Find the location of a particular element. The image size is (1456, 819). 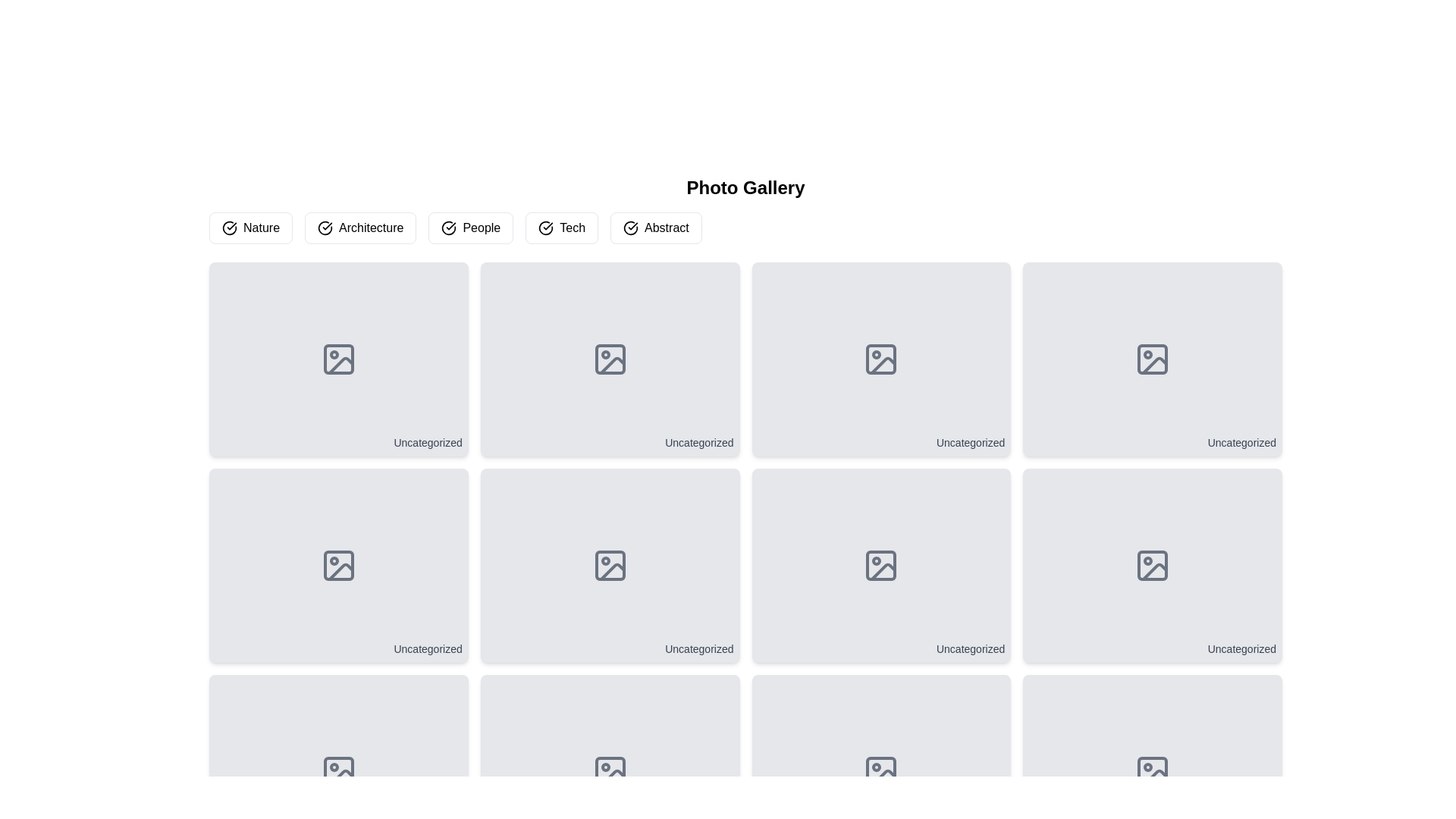

the 'Abstract' button, which is located to the far right in a row of buttons is located at coordinates (656, 227).